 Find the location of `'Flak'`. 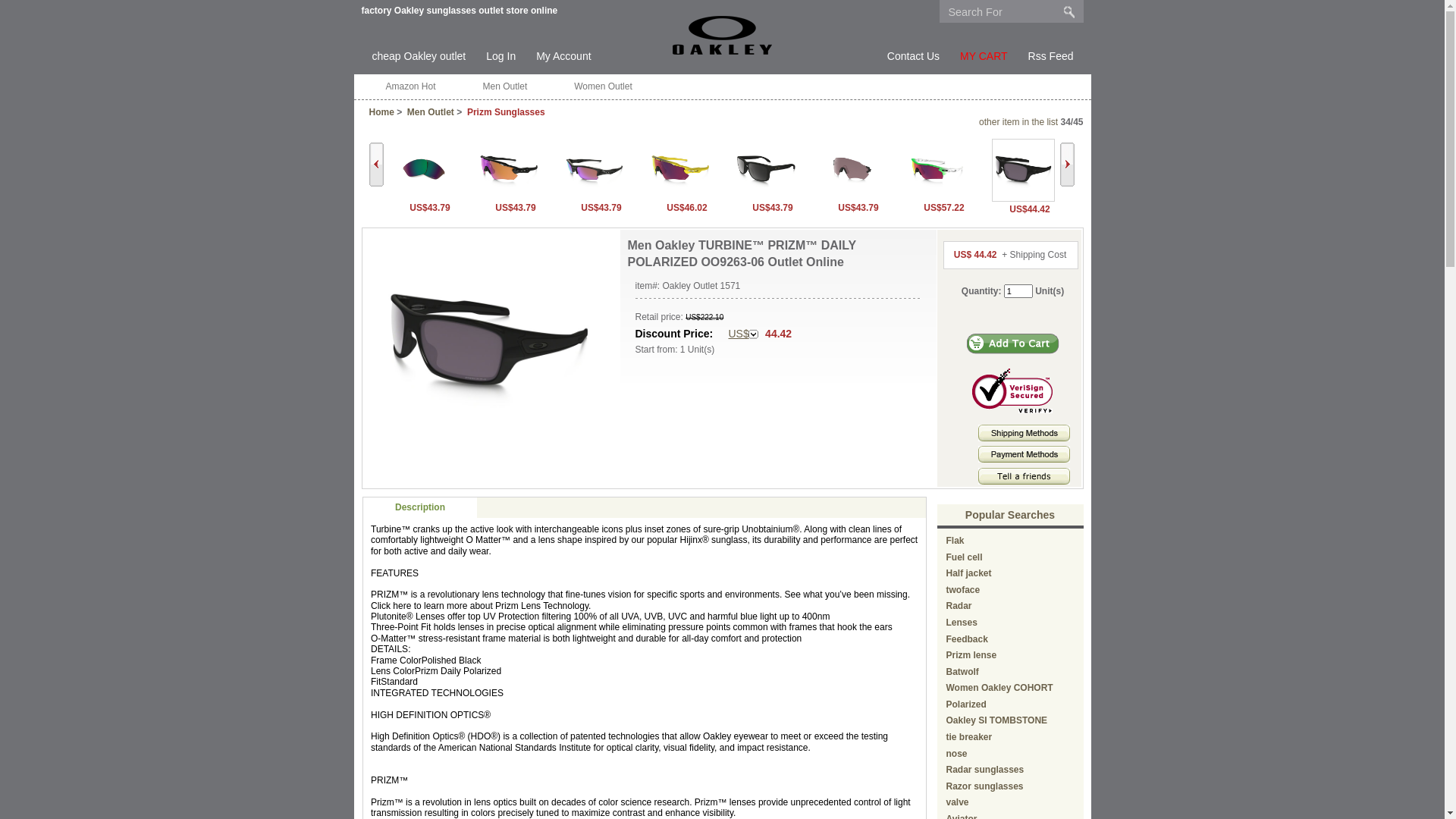

'Flak' is located at coordinates (946, 540).